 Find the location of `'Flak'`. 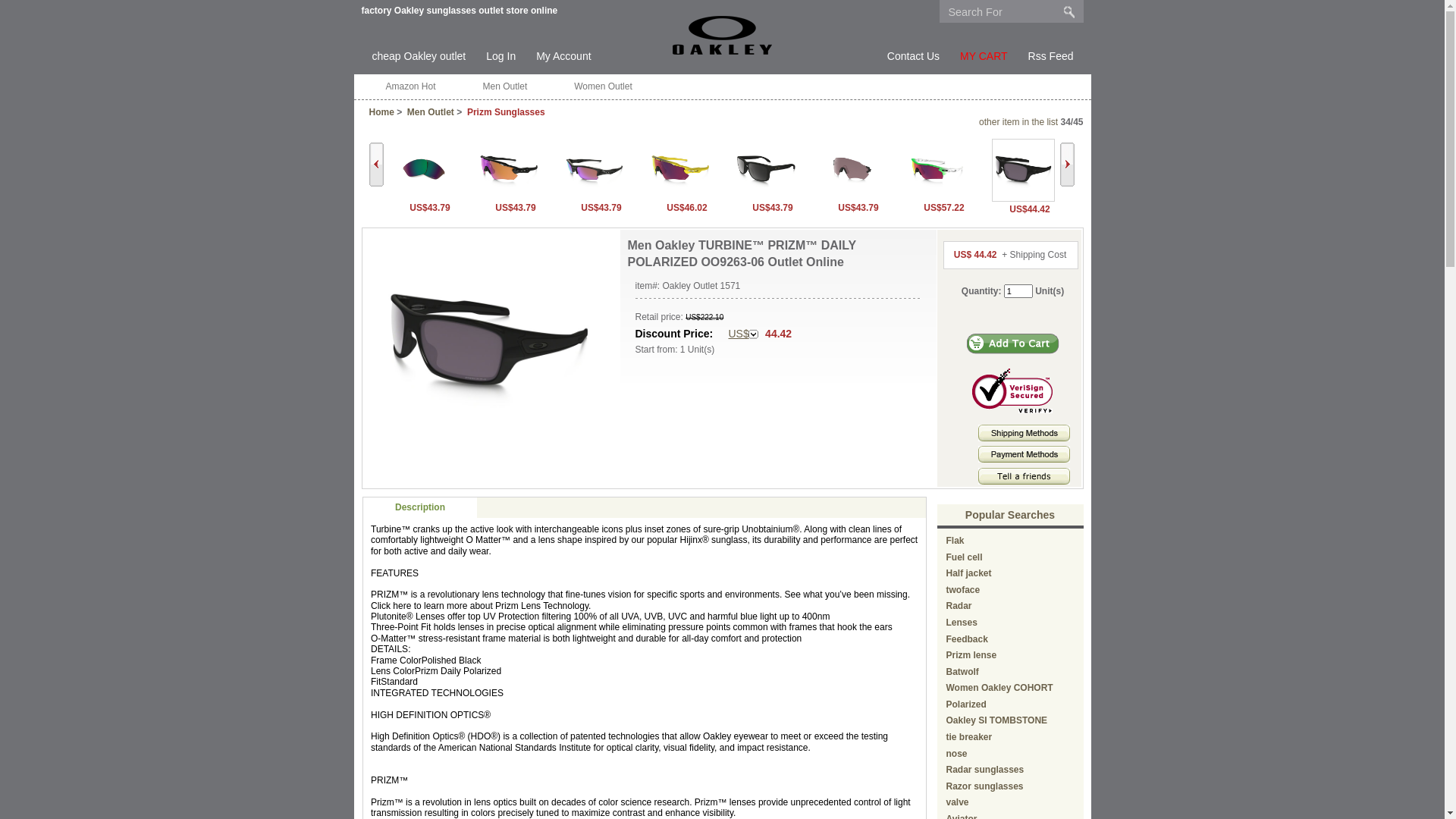

'Flak' is located at coordinates (946, 540).